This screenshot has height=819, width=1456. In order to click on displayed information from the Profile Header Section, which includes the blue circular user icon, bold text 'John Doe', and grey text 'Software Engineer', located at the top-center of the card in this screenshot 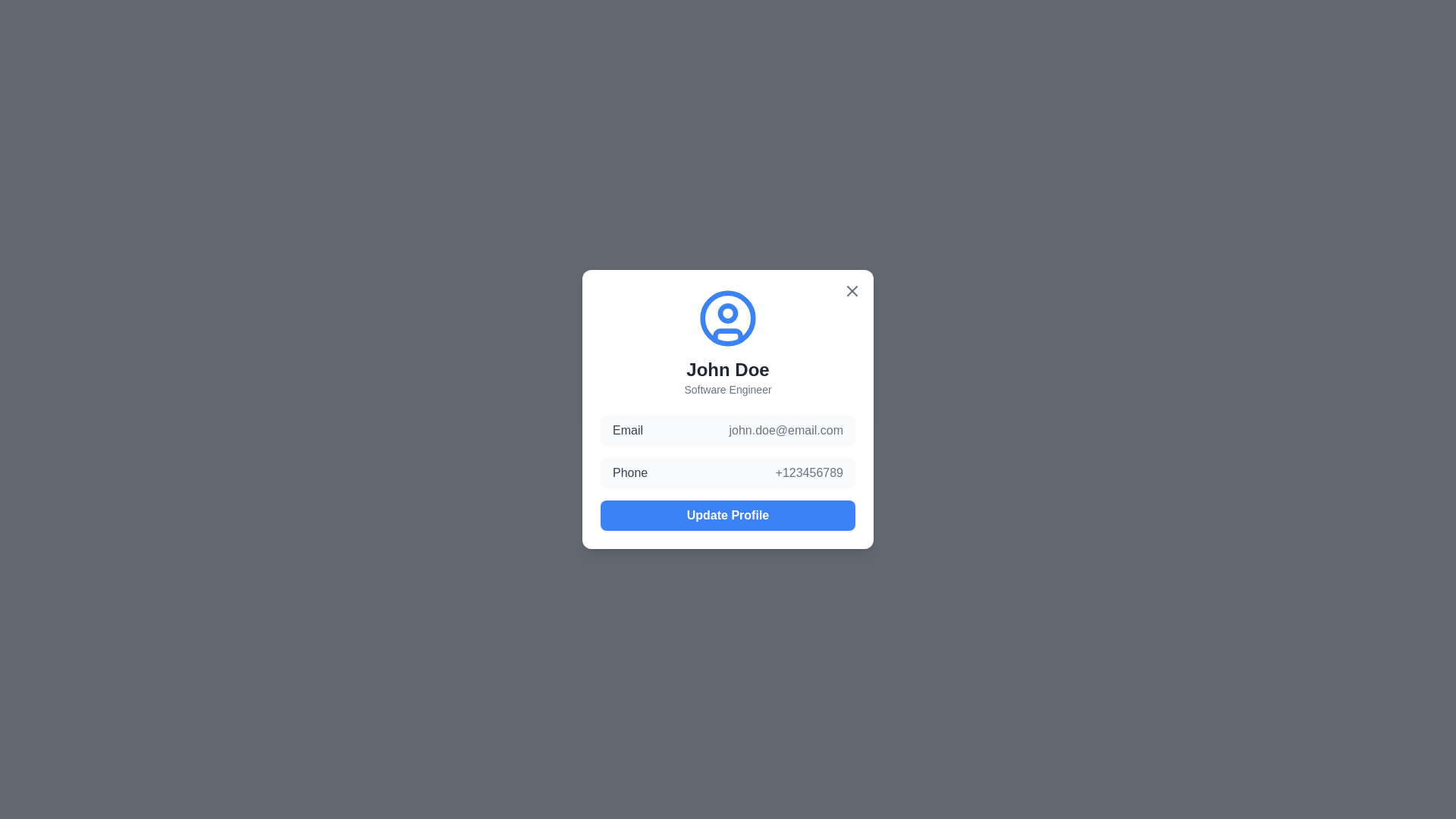, I will do `click(728, 342)`.